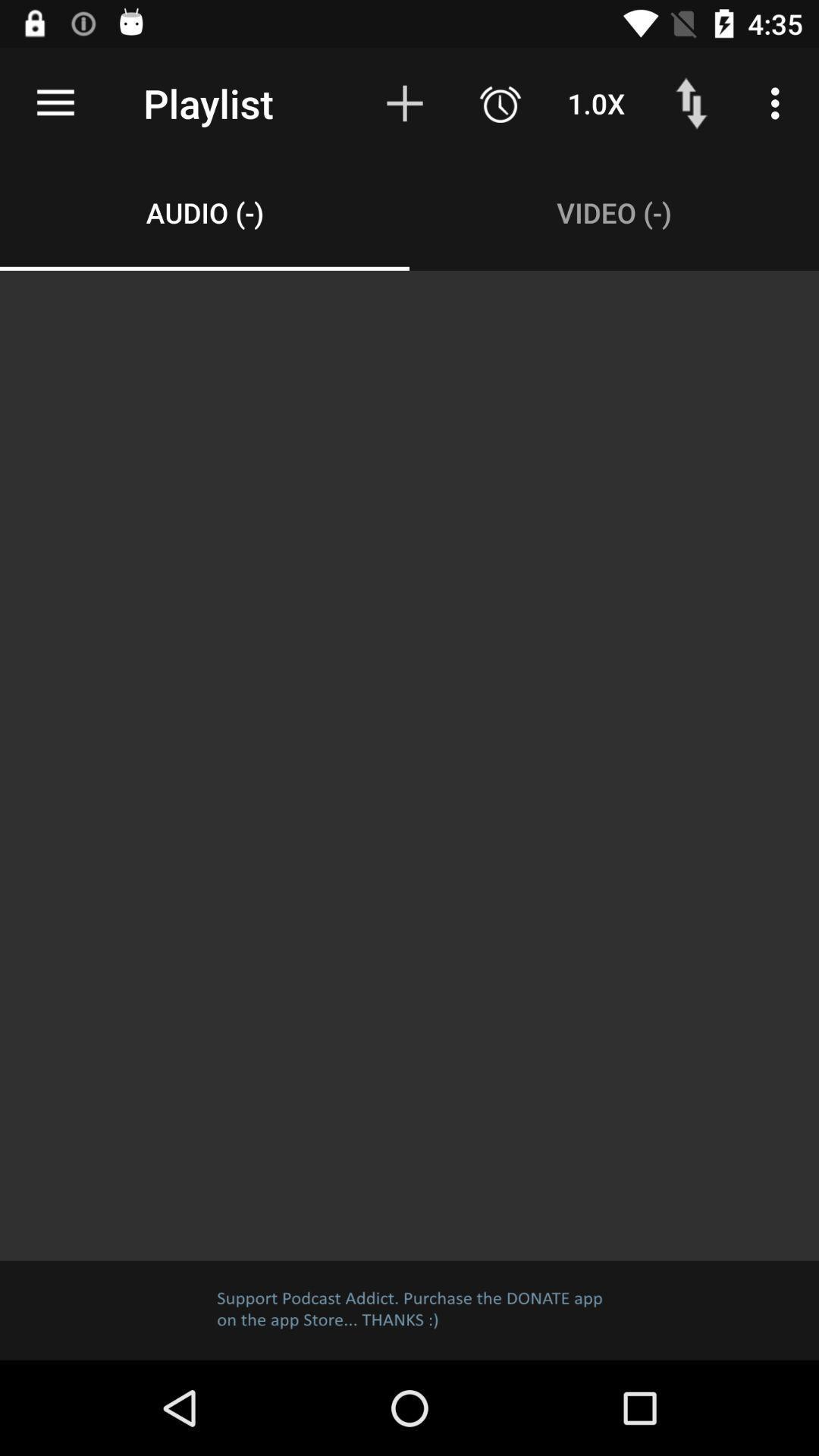 This screenshot has width=819, height=1456. I want to click on the item next to audio (-) icon, so click(614, 212).